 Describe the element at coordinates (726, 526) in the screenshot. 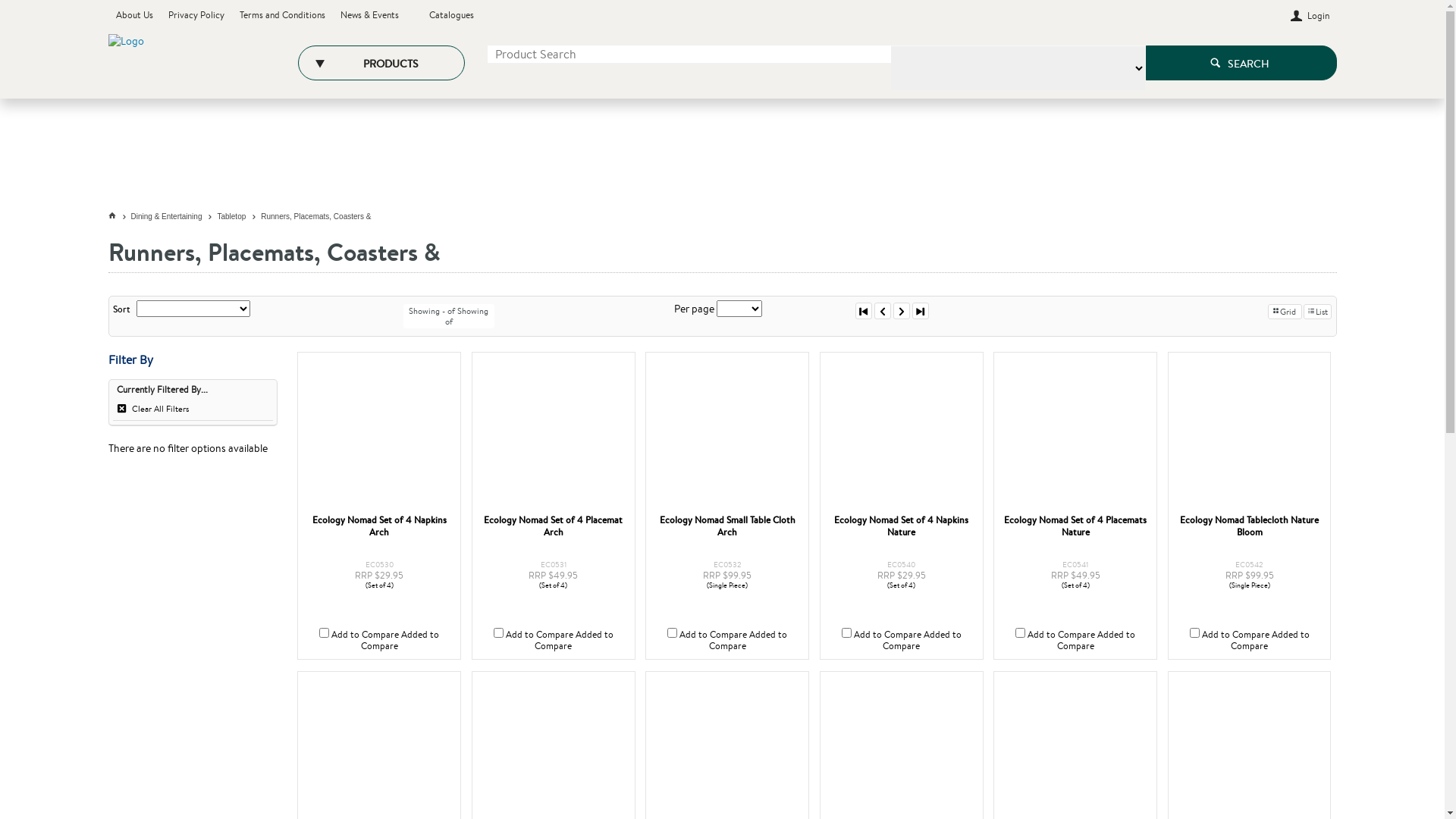

I see `'Ecology Nomad Small Table Cloth Arch'` at that location.